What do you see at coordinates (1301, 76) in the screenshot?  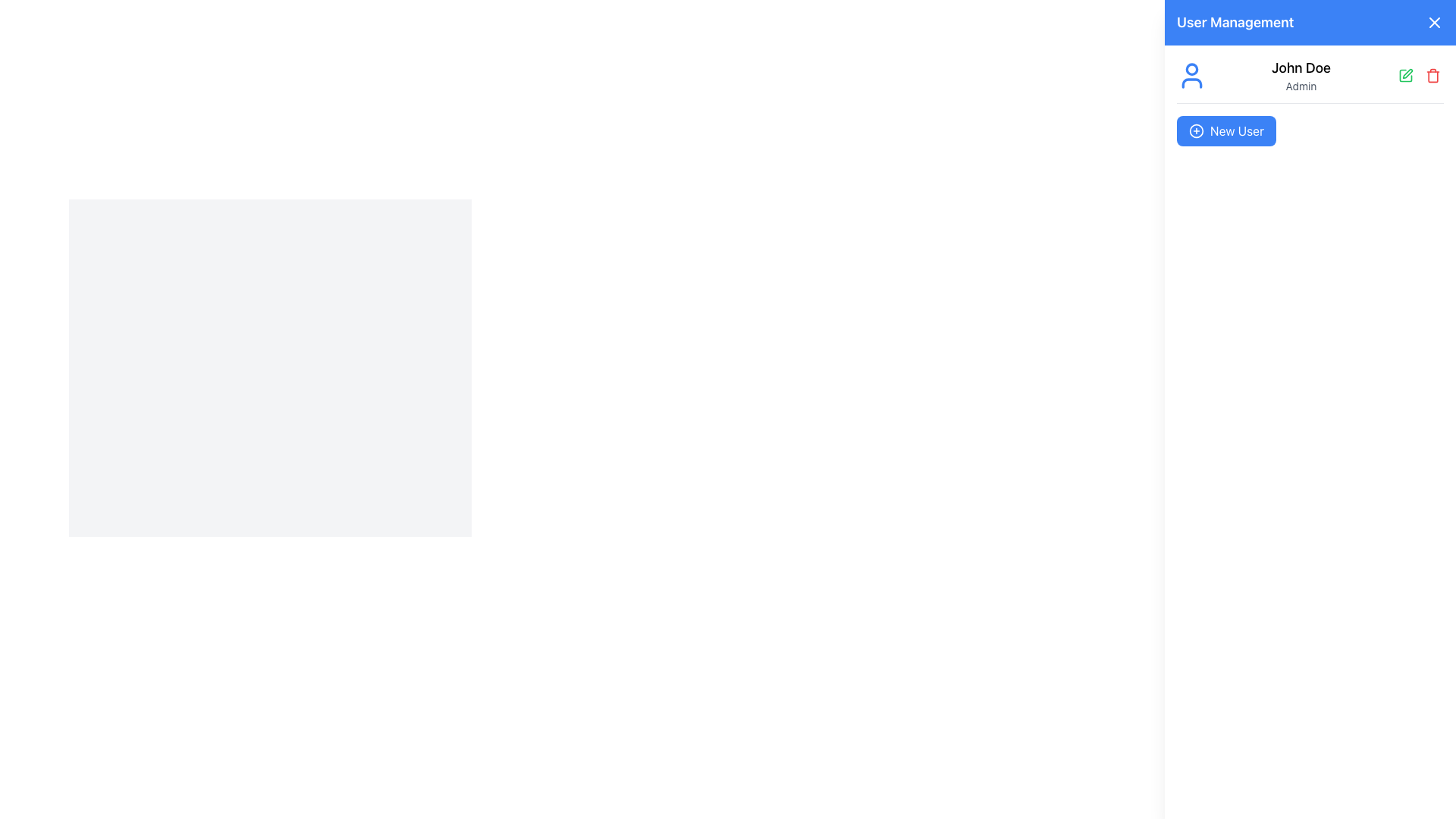 I see `the Text Display that shows the user's name and role, located centrally in the user card of the 'User Management' section` at bounding box center [1301, 76].